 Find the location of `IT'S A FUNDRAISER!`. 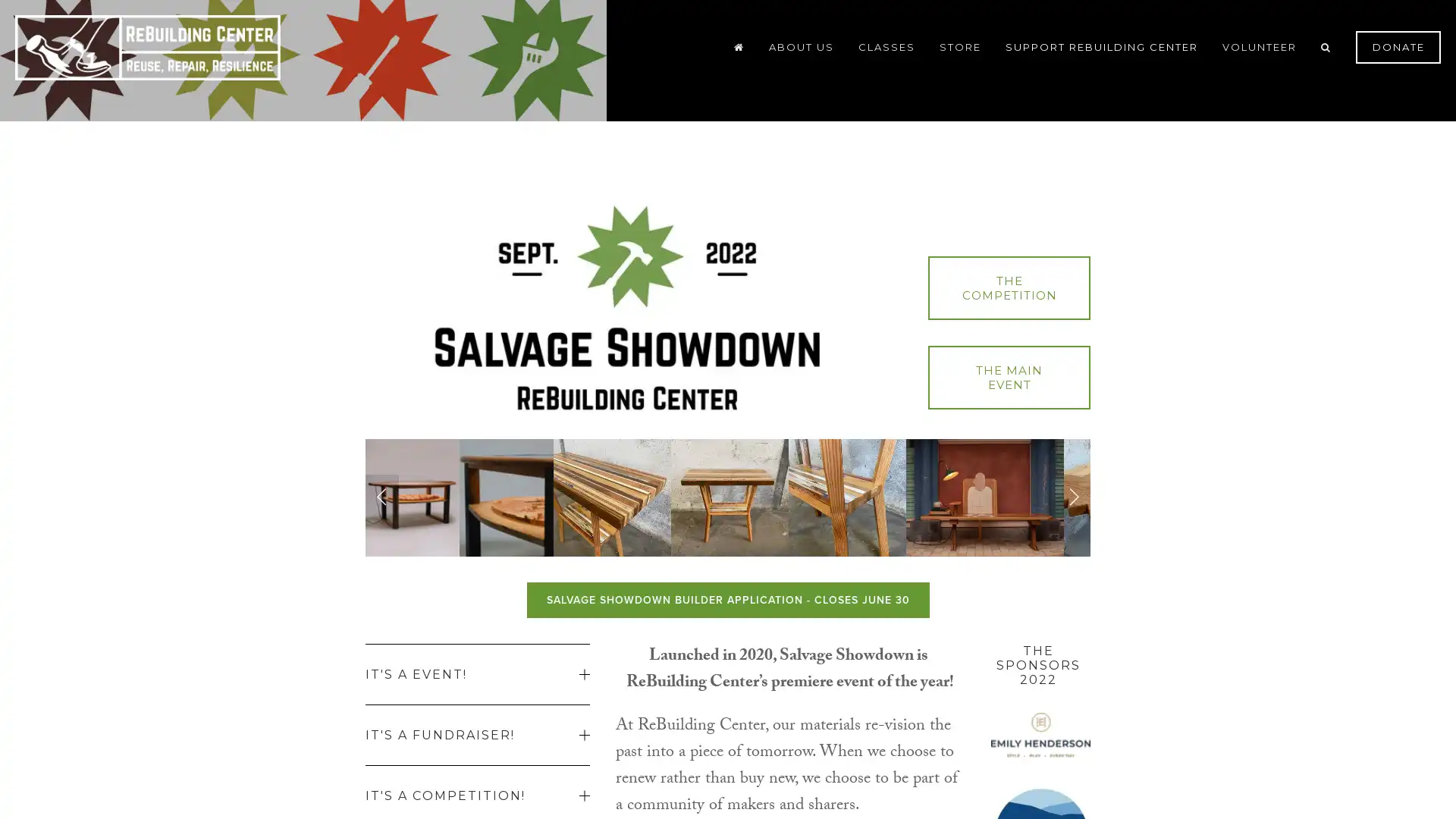

IT'S A FUNDRAISER! is located at coordinates (476, 733).